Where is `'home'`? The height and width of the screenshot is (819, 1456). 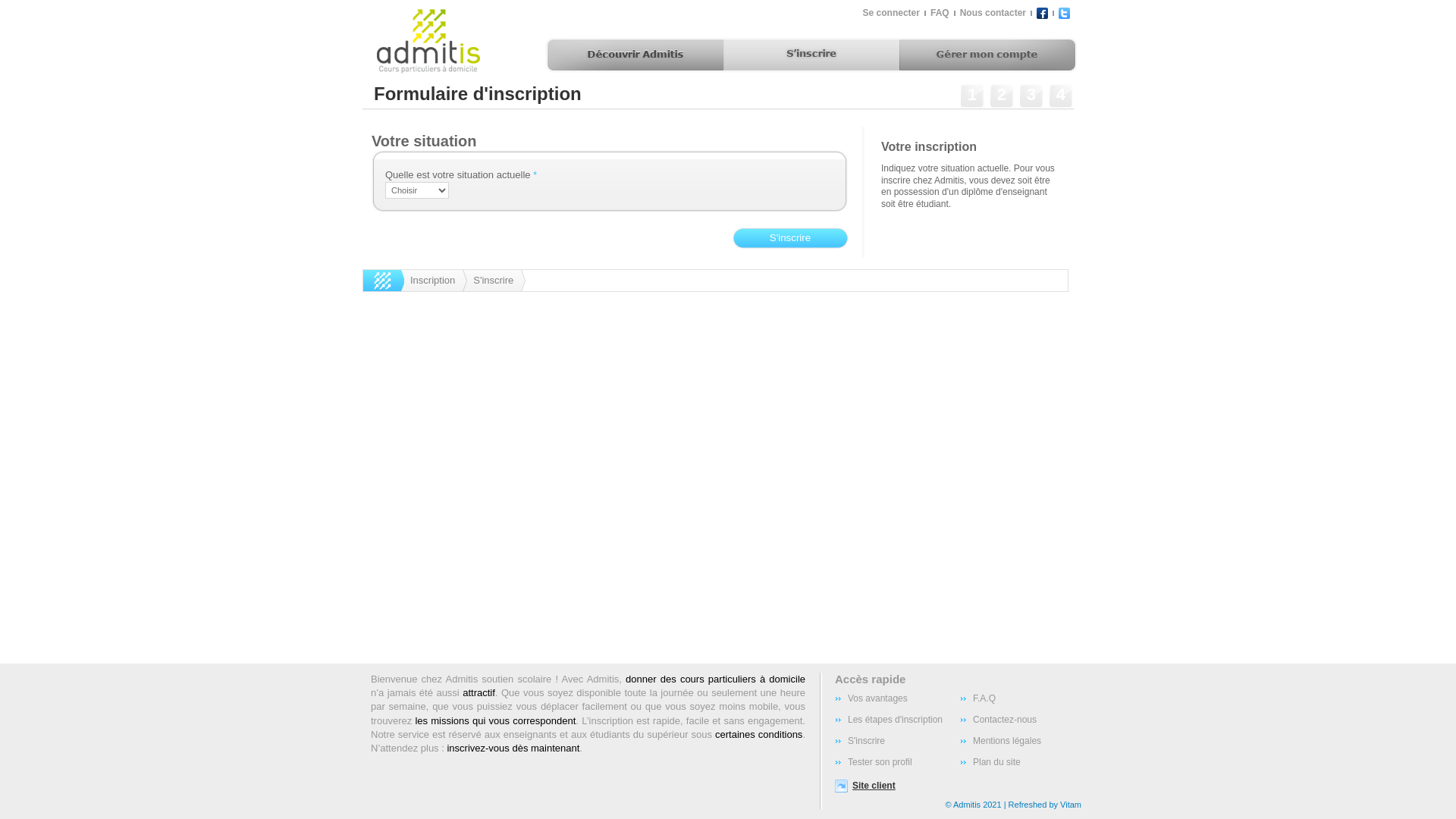
'home' is located at coordinates (362, 281).